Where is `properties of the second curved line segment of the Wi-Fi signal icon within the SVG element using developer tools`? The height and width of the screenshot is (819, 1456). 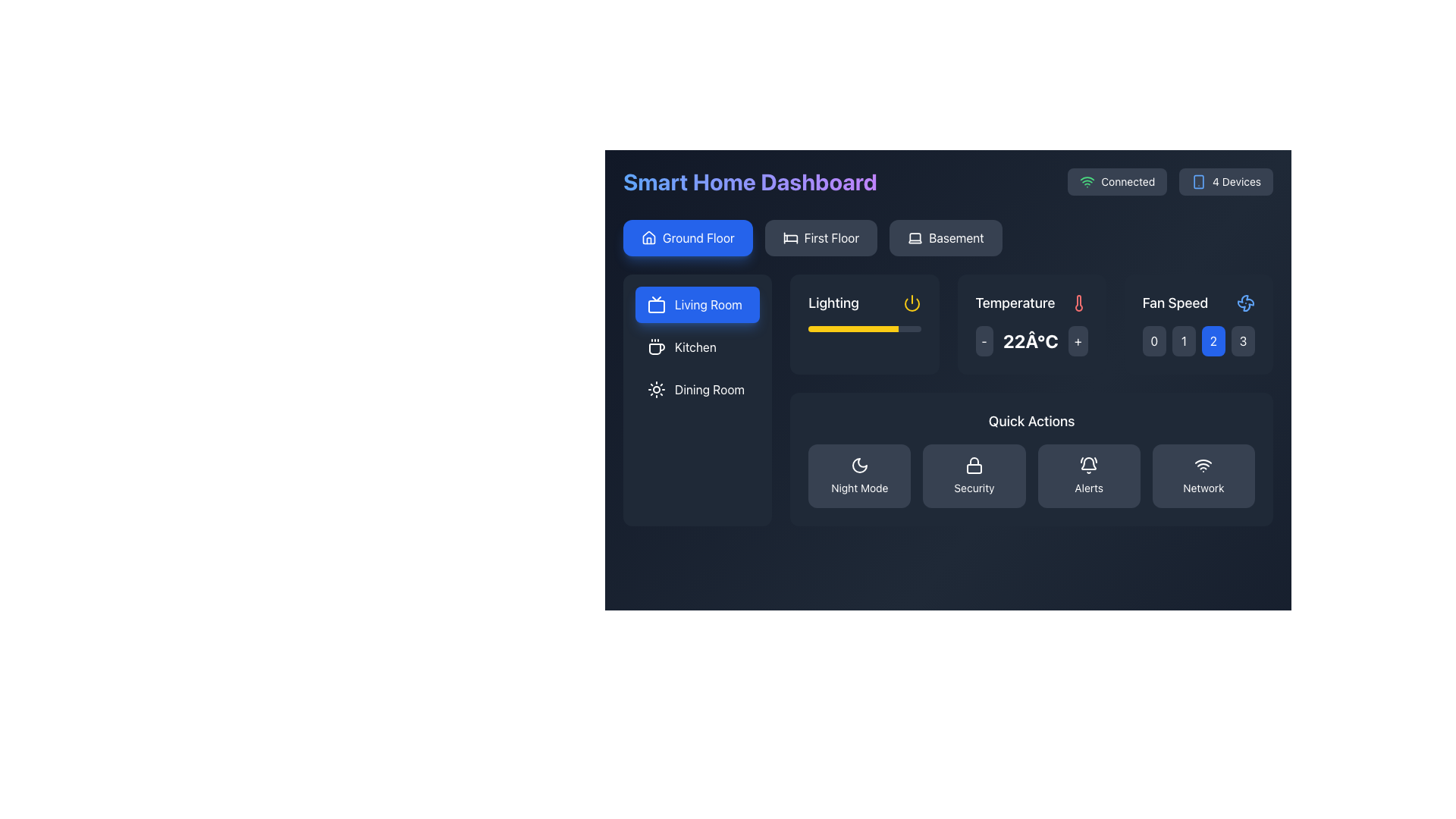 properties of the second curved line segment of the Wi-Fi signal icon within the SVG element using developer tools is located at coordinates (1087, 177).